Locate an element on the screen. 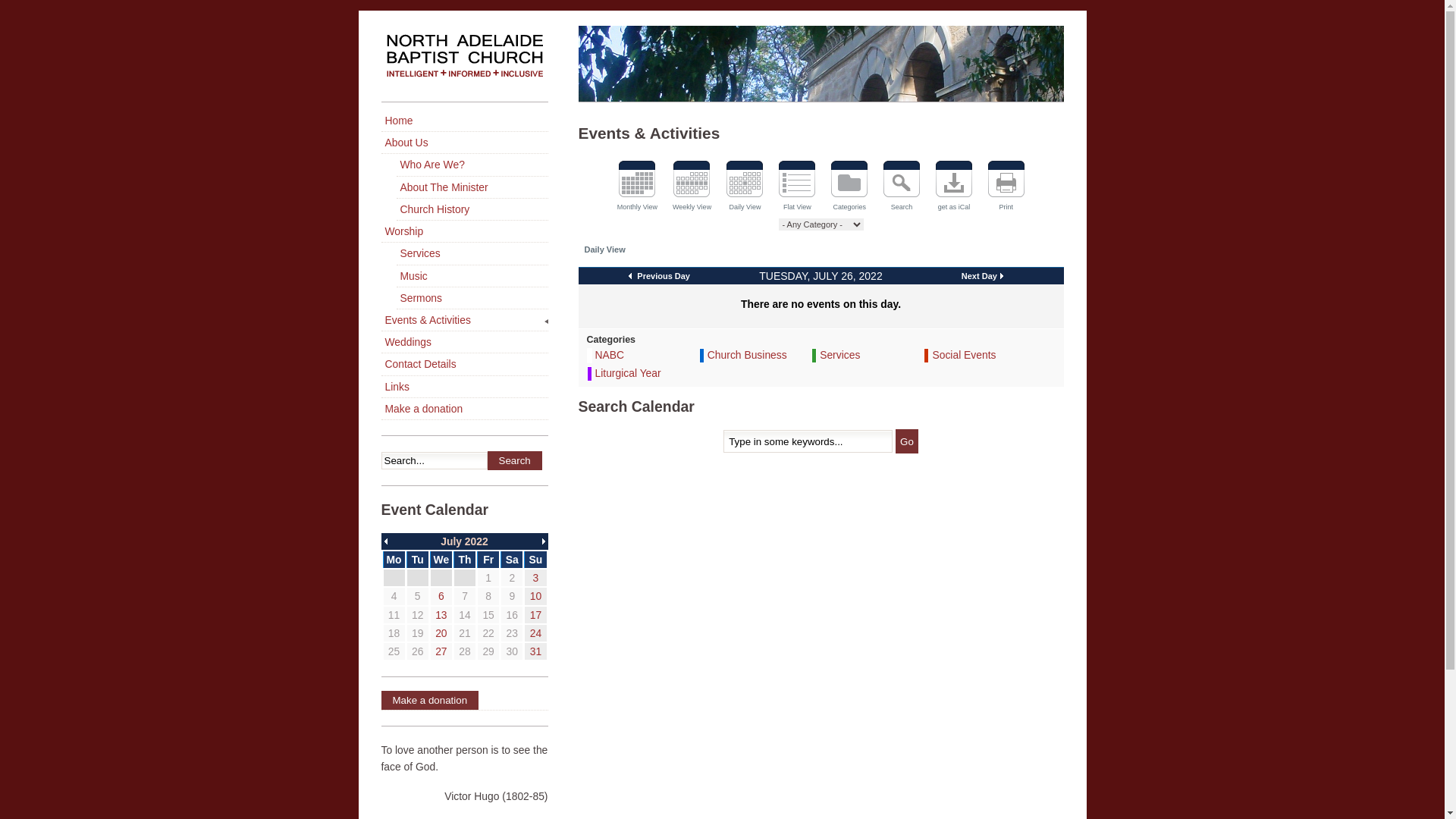  'Make a donation' is located at coordinates (428, 700).